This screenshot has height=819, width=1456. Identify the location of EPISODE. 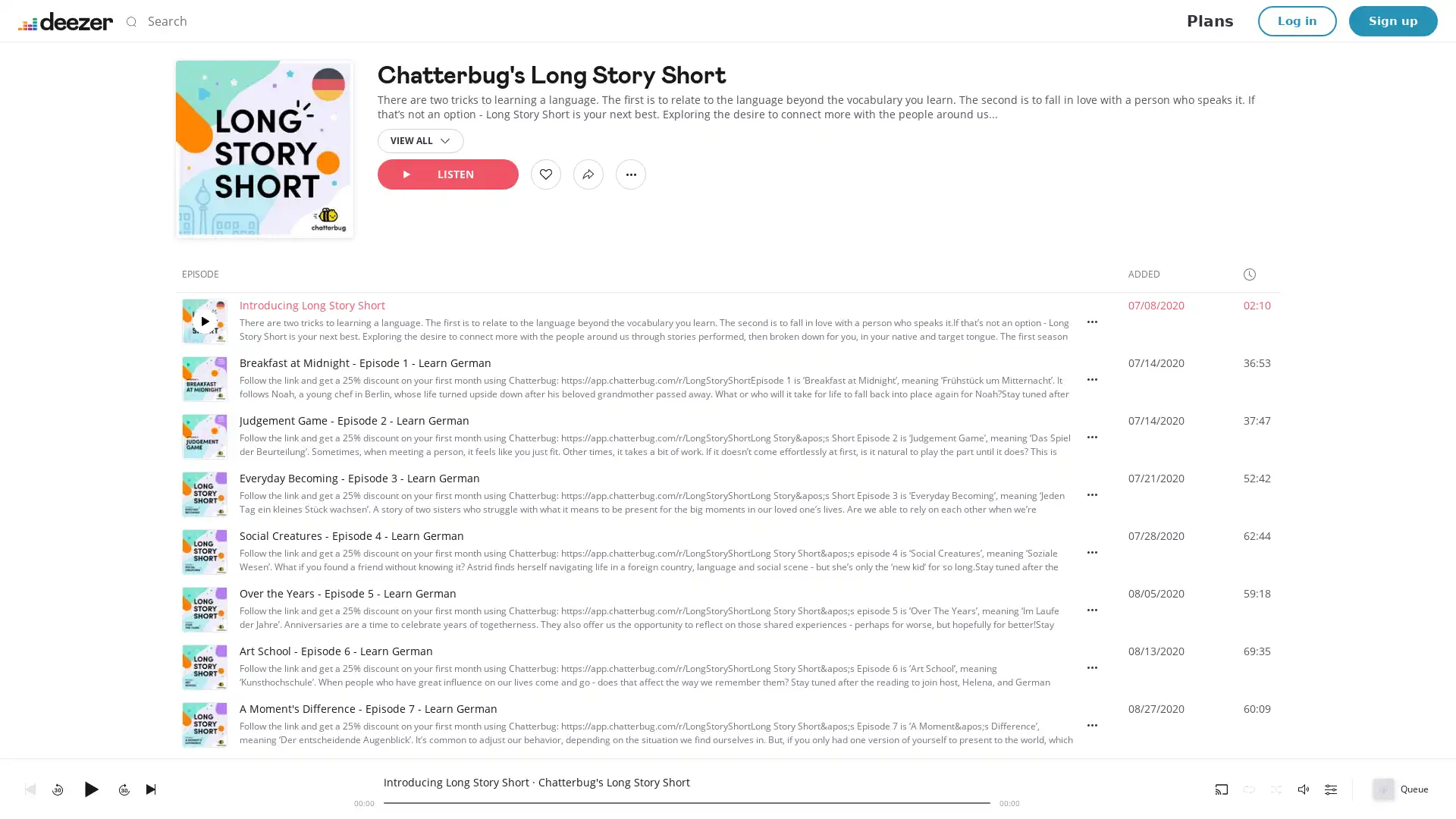
(206, 274).